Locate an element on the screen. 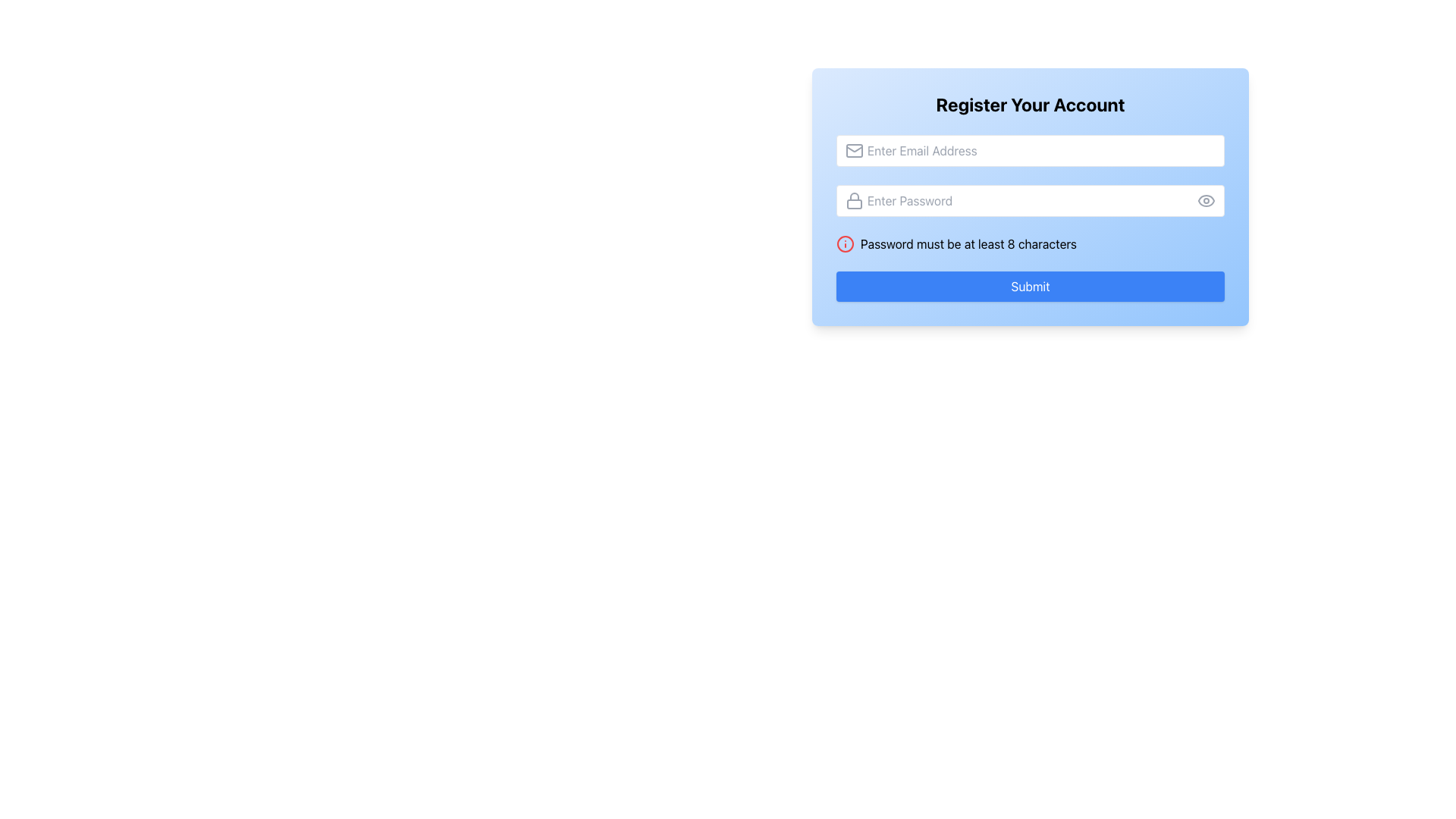  the gray lock icon positioned to the left of the 'Enter Password' input field is located at coordinates (855, 200).